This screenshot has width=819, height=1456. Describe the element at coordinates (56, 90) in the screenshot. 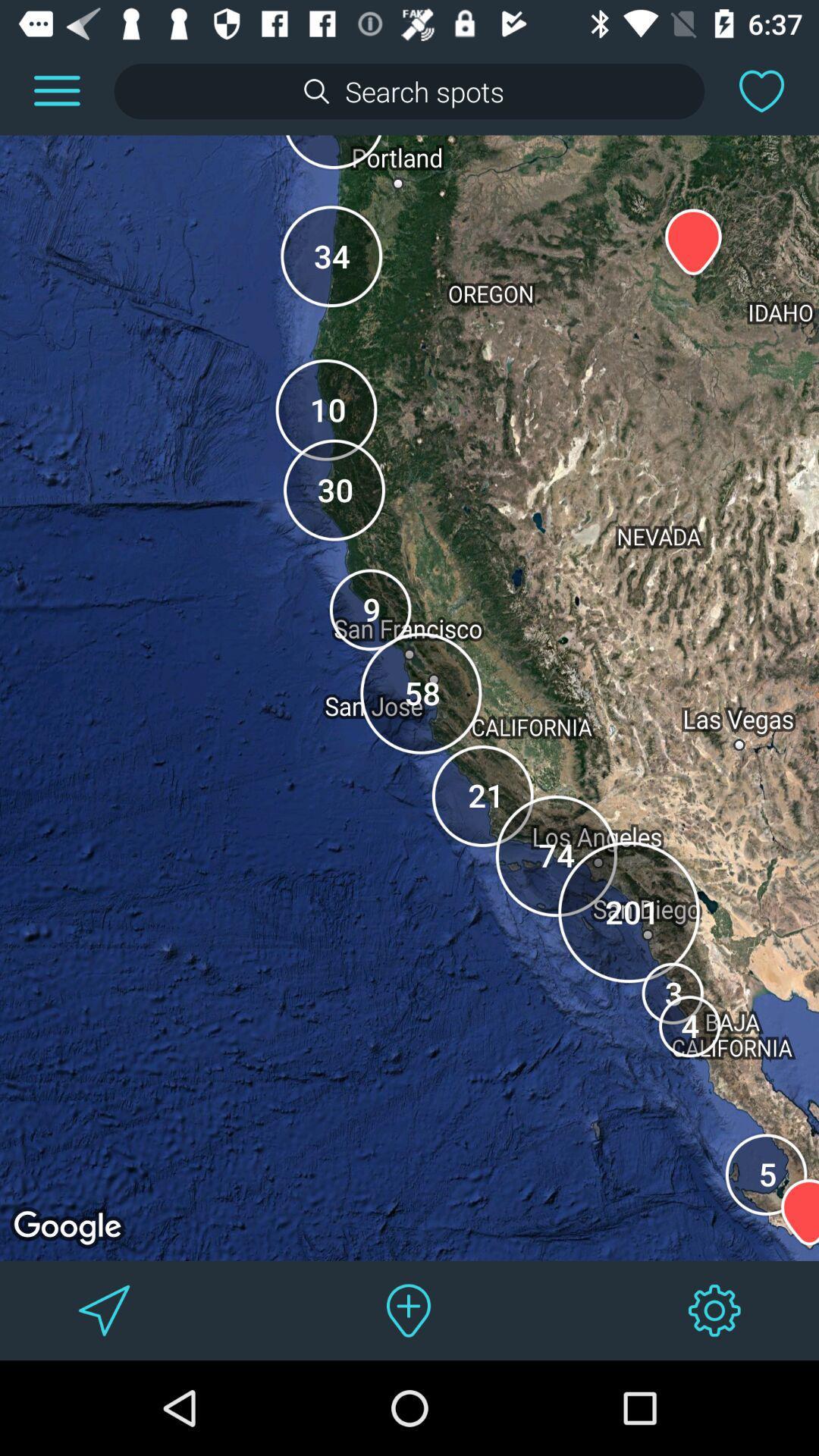

I see `the menu icon` at that location.